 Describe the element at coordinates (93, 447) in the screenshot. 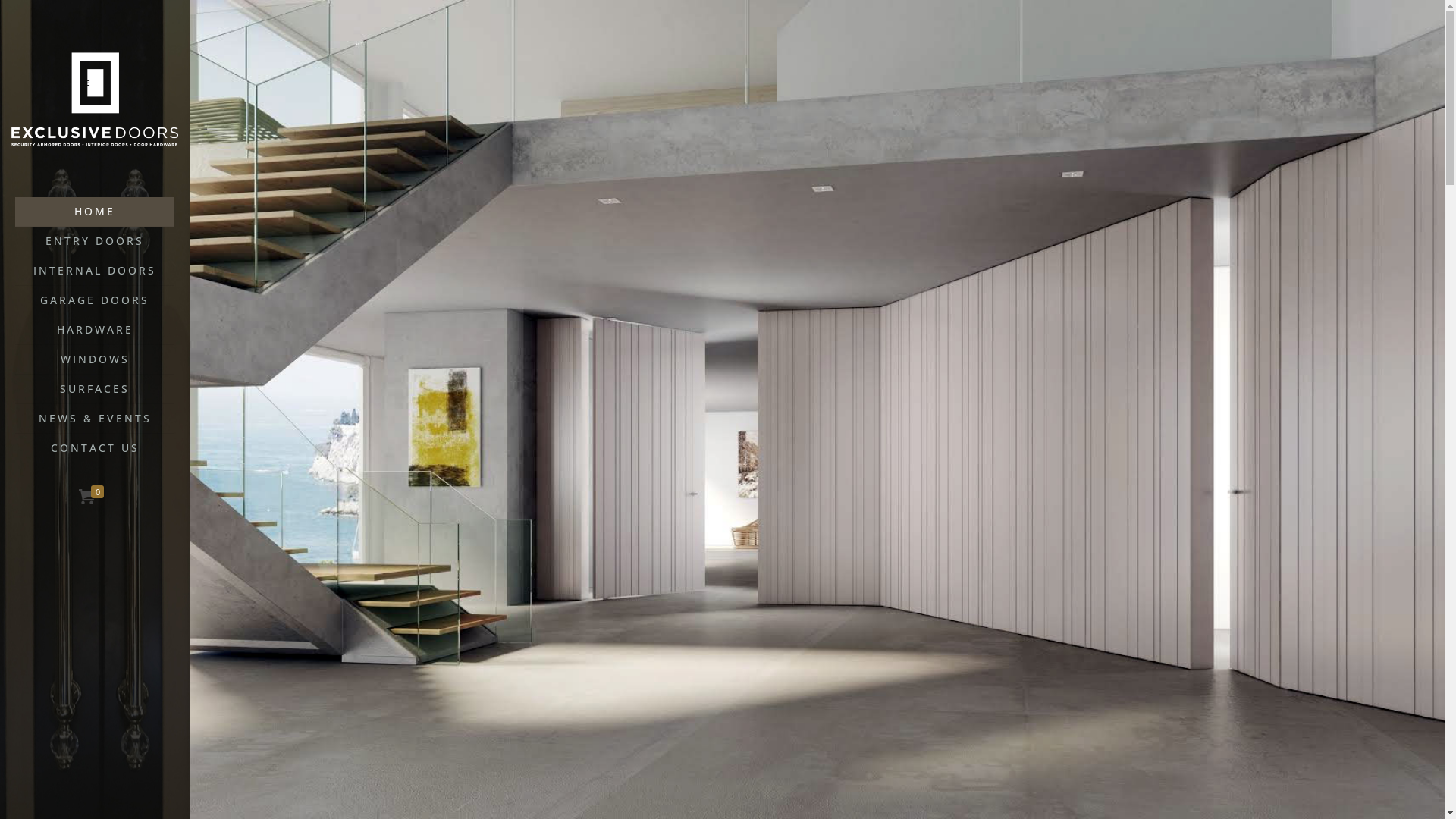

I see `'CONTACT US'` at that location.